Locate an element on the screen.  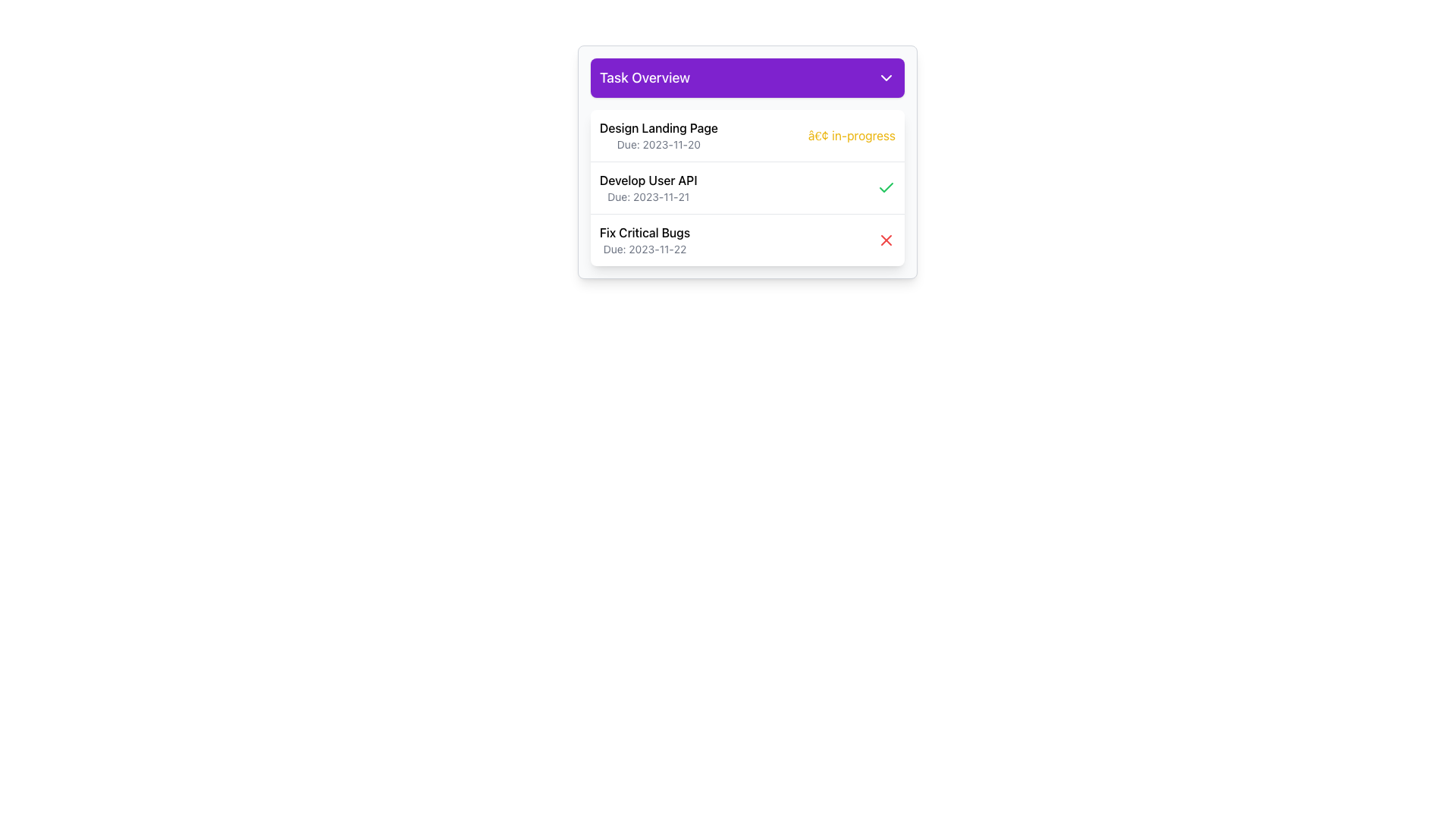
the task completion icon located on the right side of the 'Develop User API' row is located at coordinates (886, 187).